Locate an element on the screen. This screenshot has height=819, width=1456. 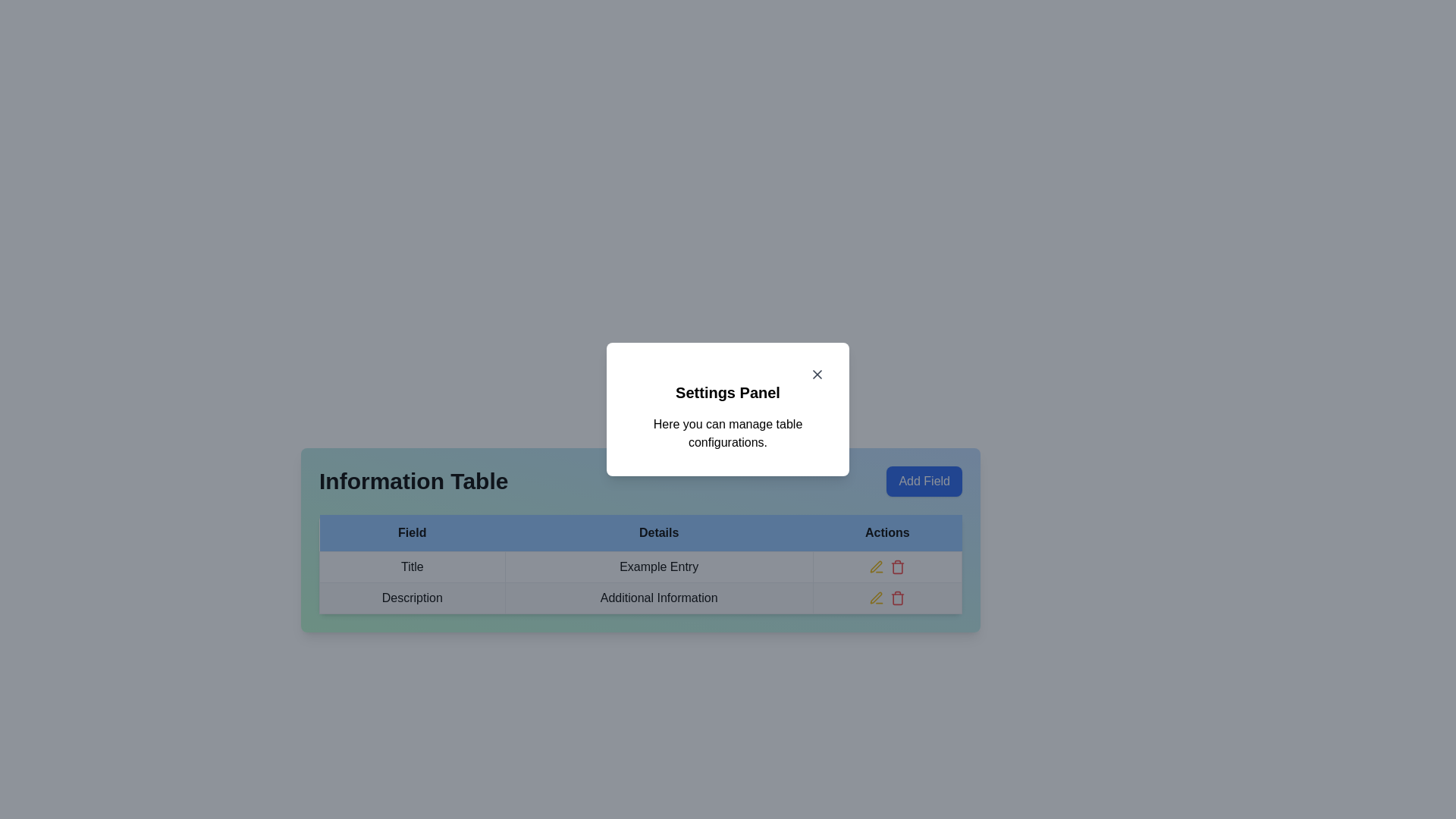
the Text label in the first cell of the row under the 'Field' column in the table, which identifies the corresponding details for 'Example Entry' is located at coordinates (412, 567).